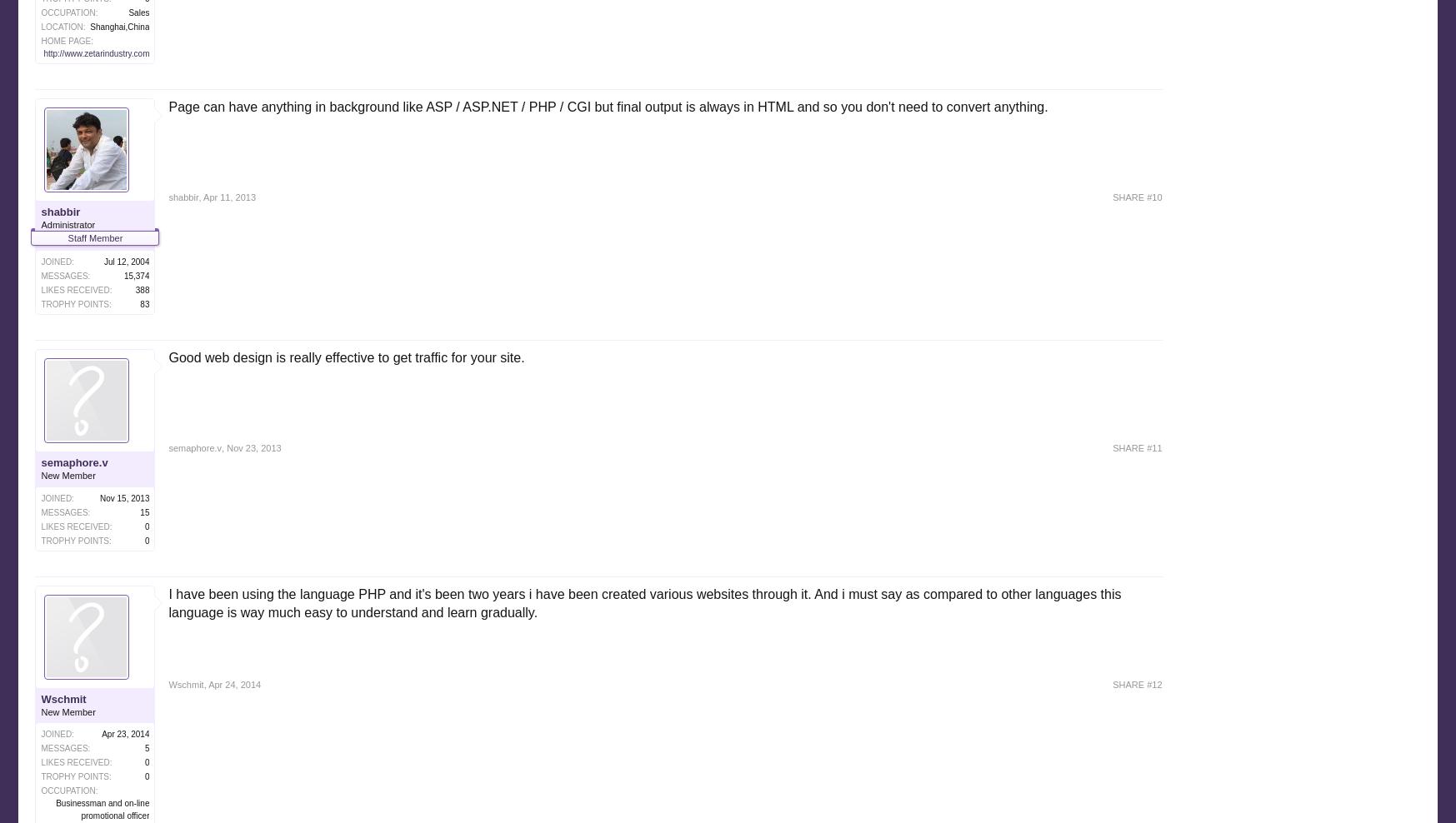 The width and height of the screenshot is (1456, 823). I want to click on 'SHARE #12', so click(1137, 684).